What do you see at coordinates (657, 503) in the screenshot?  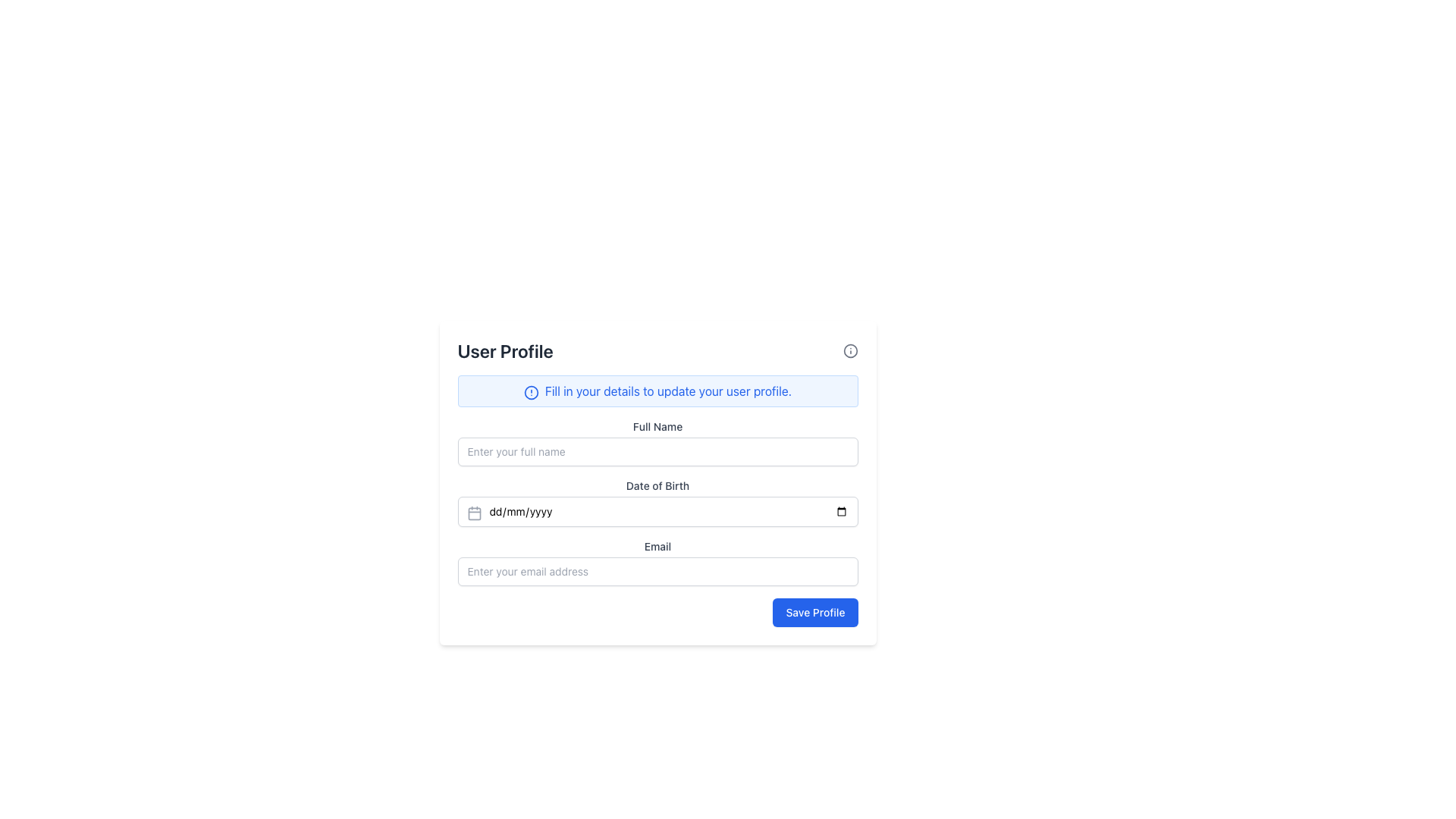 I see `the labeled input field for date of birth, which is situated in the middle of the form between the 'Full Name' and 'Email' fields, to type a date` at bounding box center [657, 503].